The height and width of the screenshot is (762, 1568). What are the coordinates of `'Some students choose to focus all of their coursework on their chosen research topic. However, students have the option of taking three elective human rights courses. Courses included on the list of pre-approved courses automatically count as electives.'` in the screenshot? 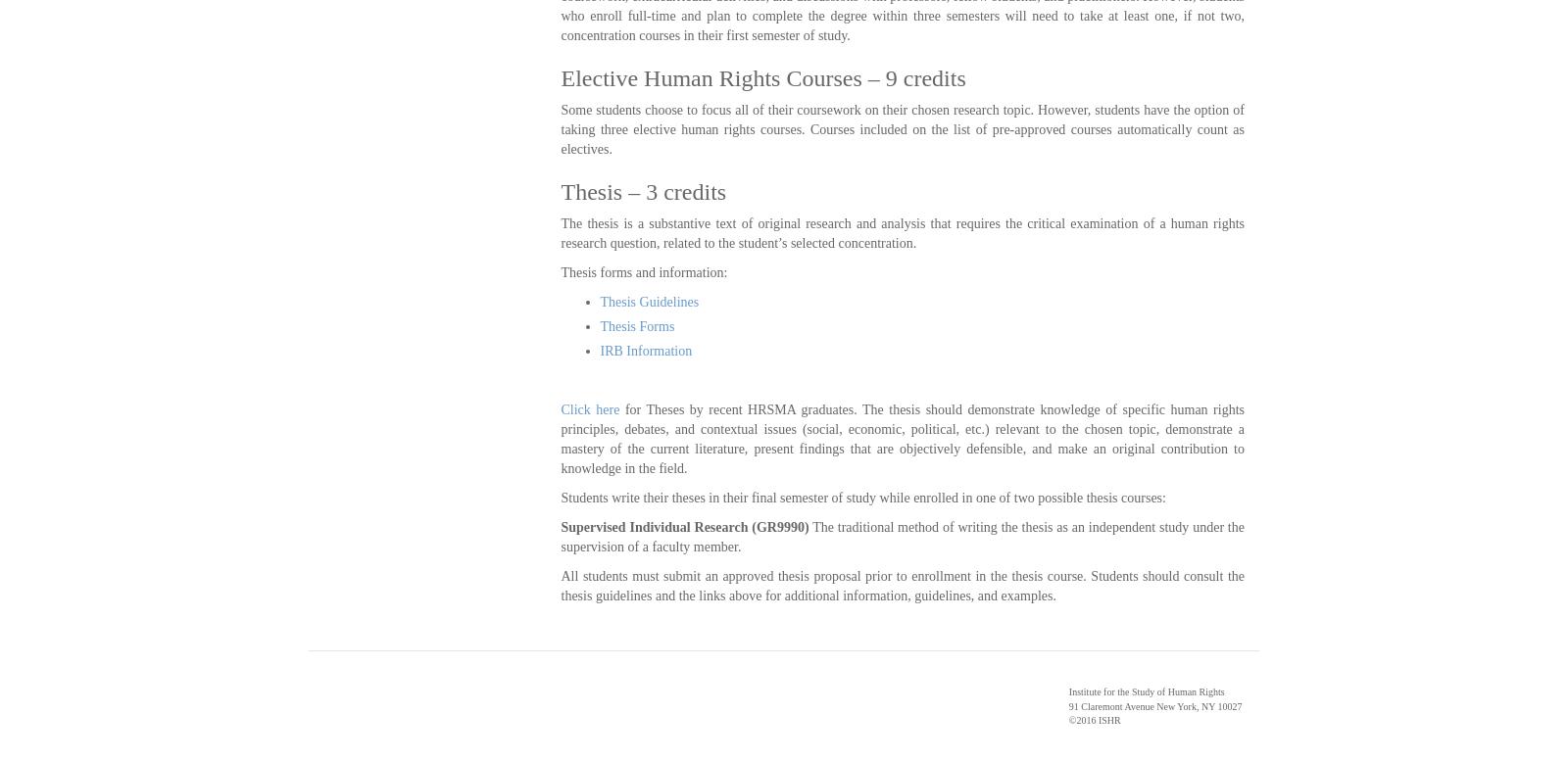 It's located at (560, 128).